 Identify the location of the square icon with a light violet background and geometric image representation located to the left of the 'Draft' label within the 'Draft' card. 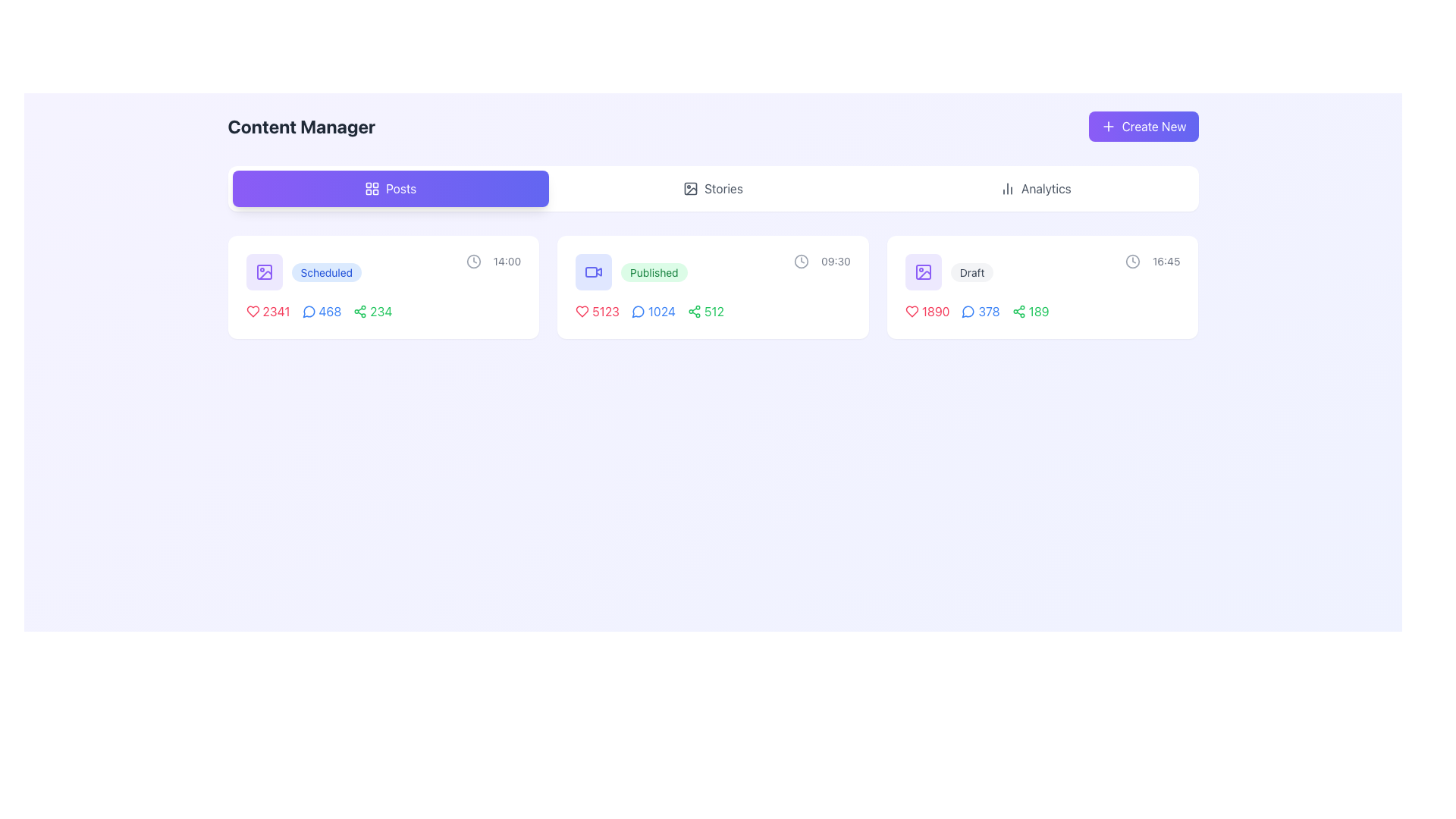
(922, 271).